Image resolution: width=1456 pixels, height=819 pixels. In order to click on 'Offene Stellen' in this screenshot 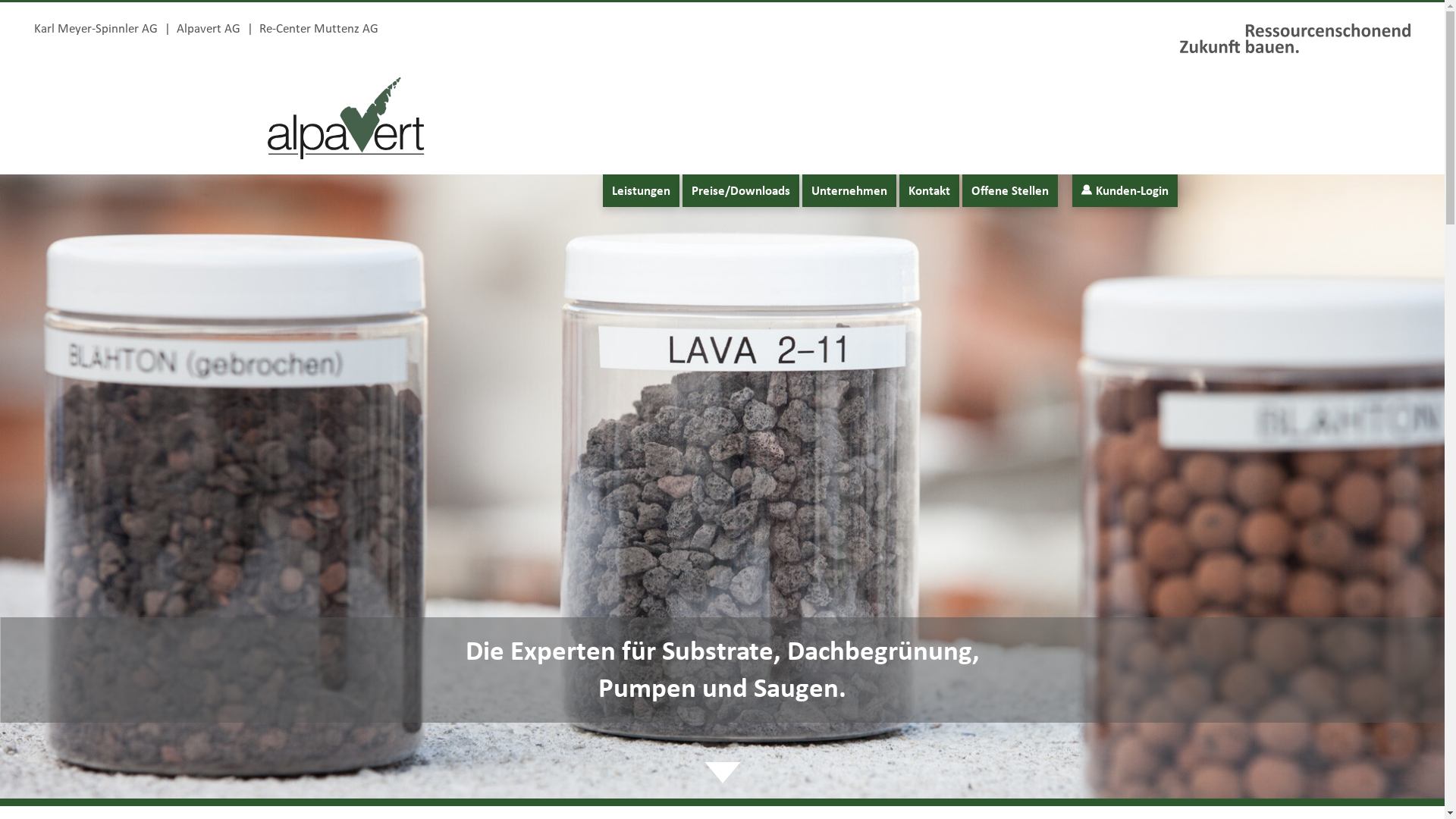, I will do `click(1009, 190)`.